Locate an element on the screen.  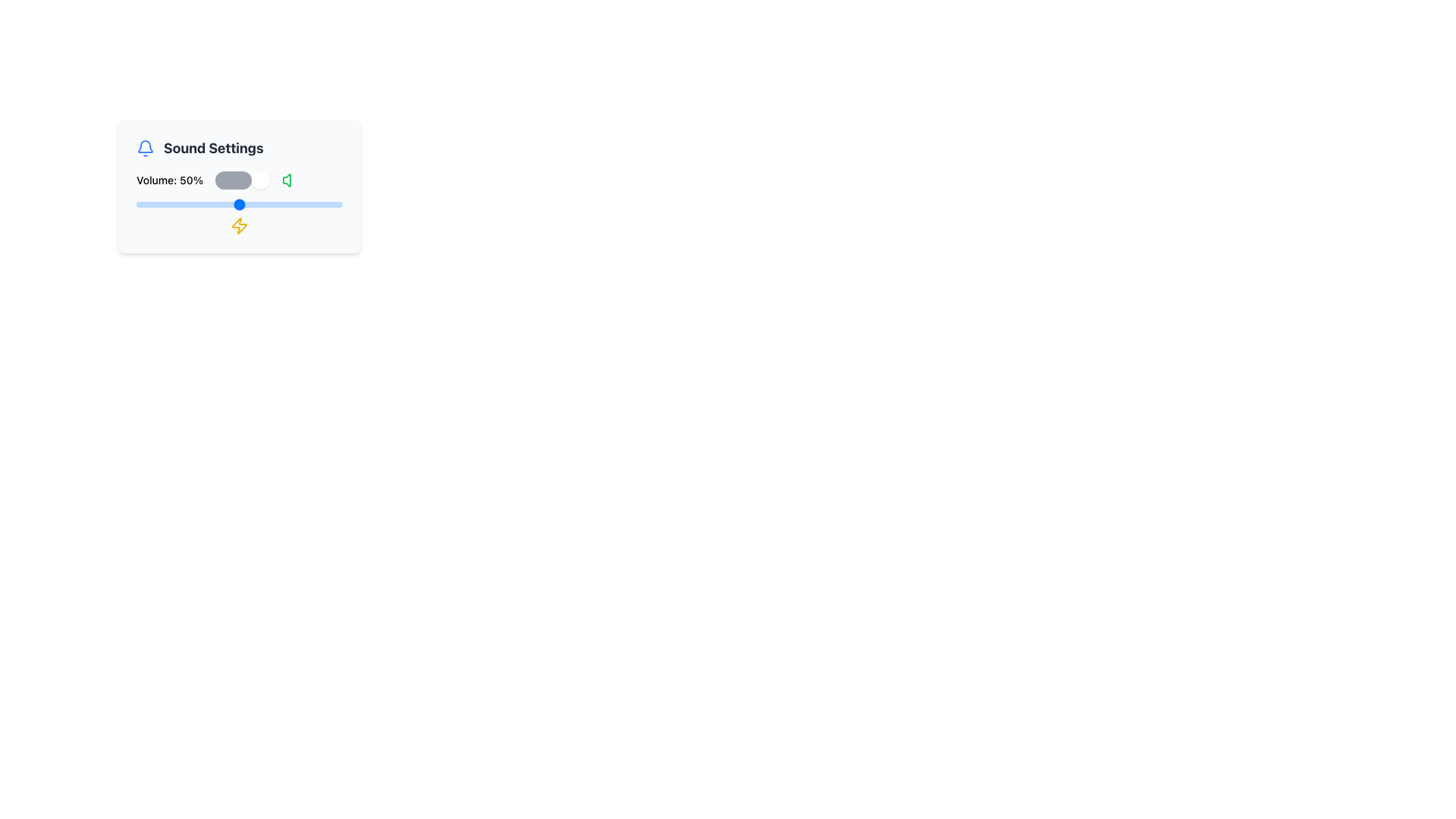
the lightning bolt icon, which is a small yellow icon with a 3D effect located beneath the blue slider bar is located at coordinates (239, 225).